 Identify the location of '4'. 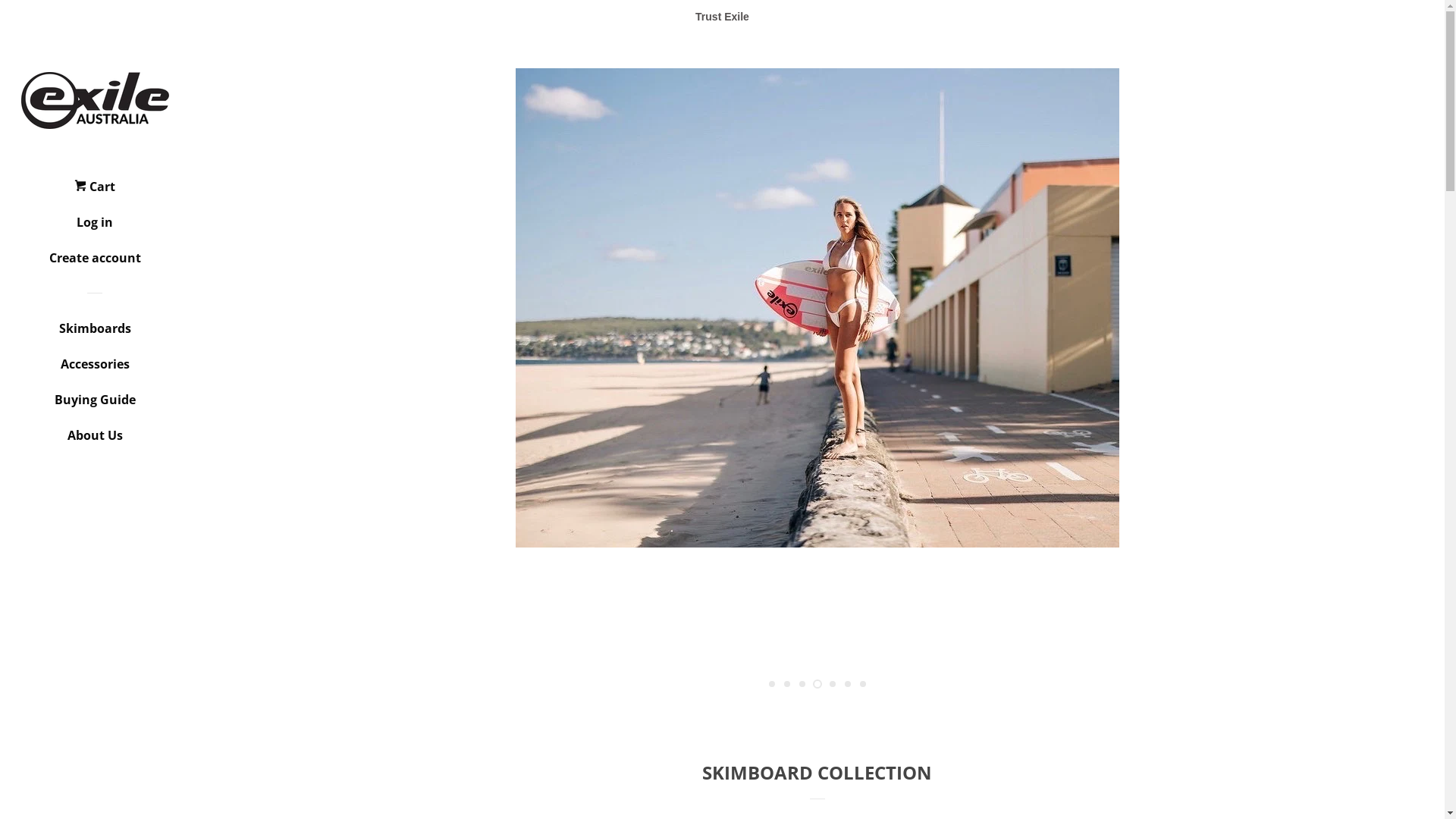
(811, 684).